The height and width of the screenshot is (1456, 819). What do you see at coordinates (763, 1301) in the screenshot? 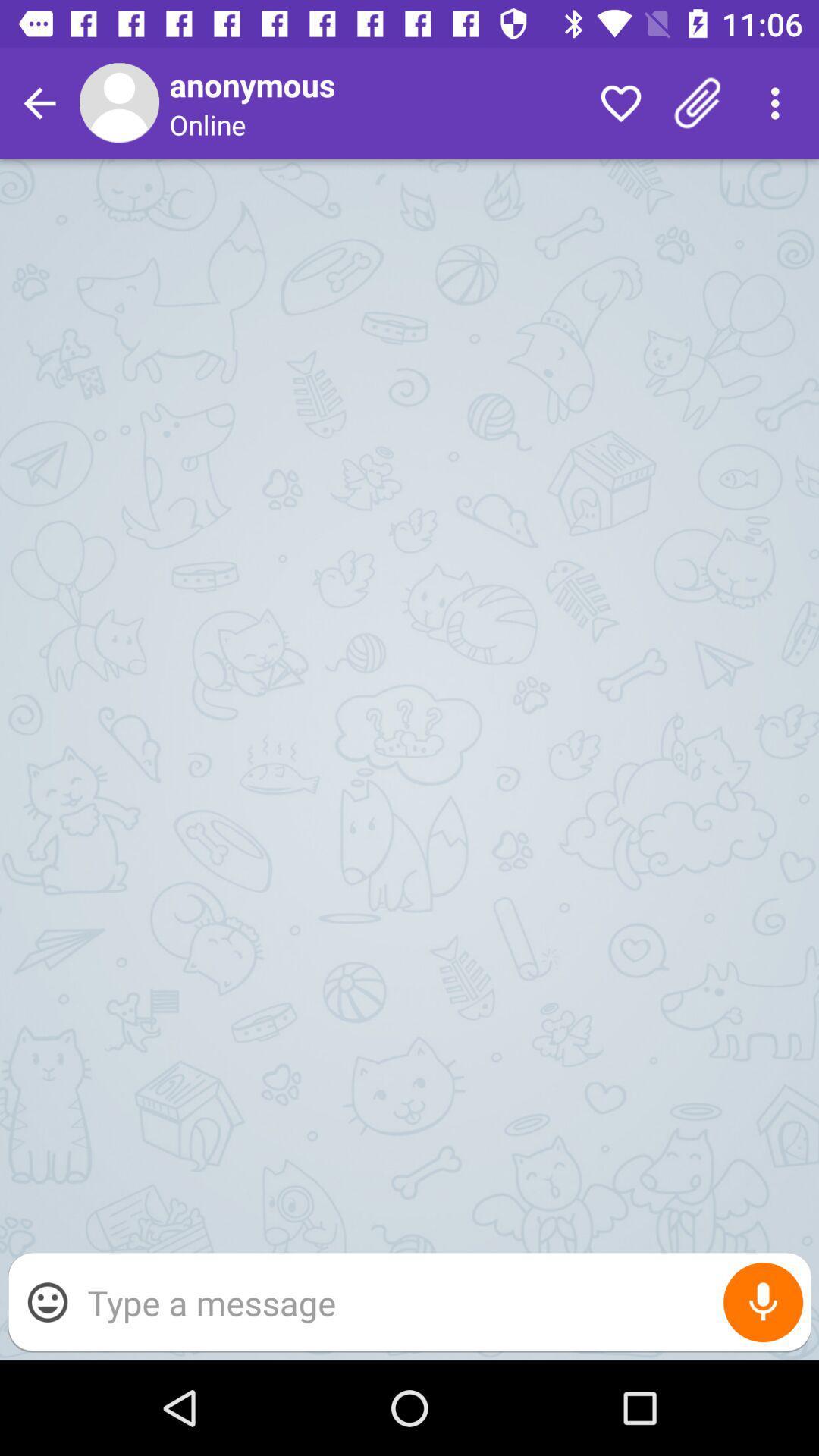
I see `the microphone icon` at bounding box center [763, 1301].